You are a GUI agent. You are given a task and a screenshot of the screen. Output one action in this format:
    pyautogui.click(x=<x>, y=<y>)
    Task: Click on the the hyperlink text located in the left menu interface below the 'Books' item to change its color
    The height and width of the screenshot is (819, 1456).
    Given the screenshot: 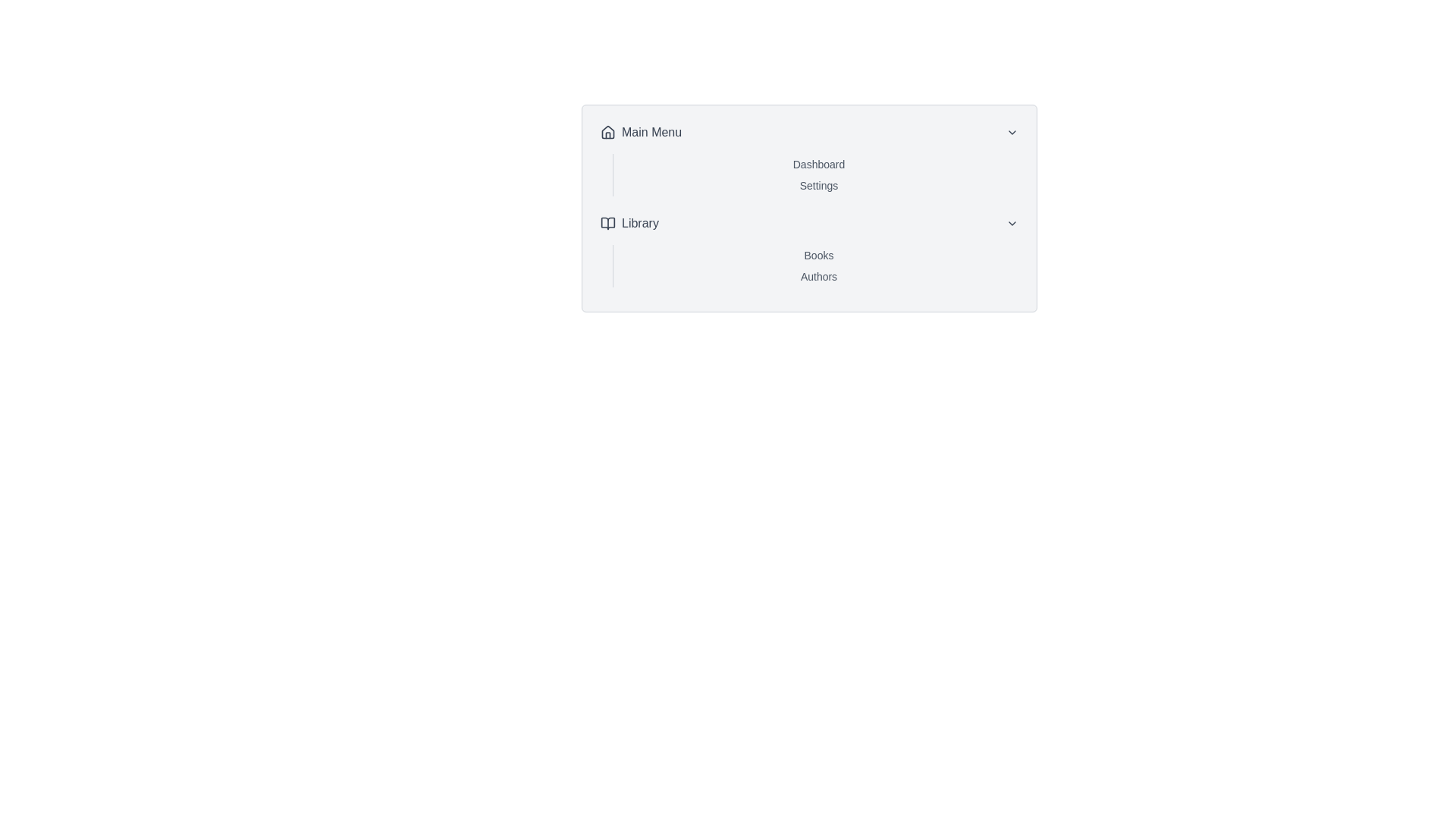 What is the action you would take?
    pyautogui.click(x=818, y=277)
    